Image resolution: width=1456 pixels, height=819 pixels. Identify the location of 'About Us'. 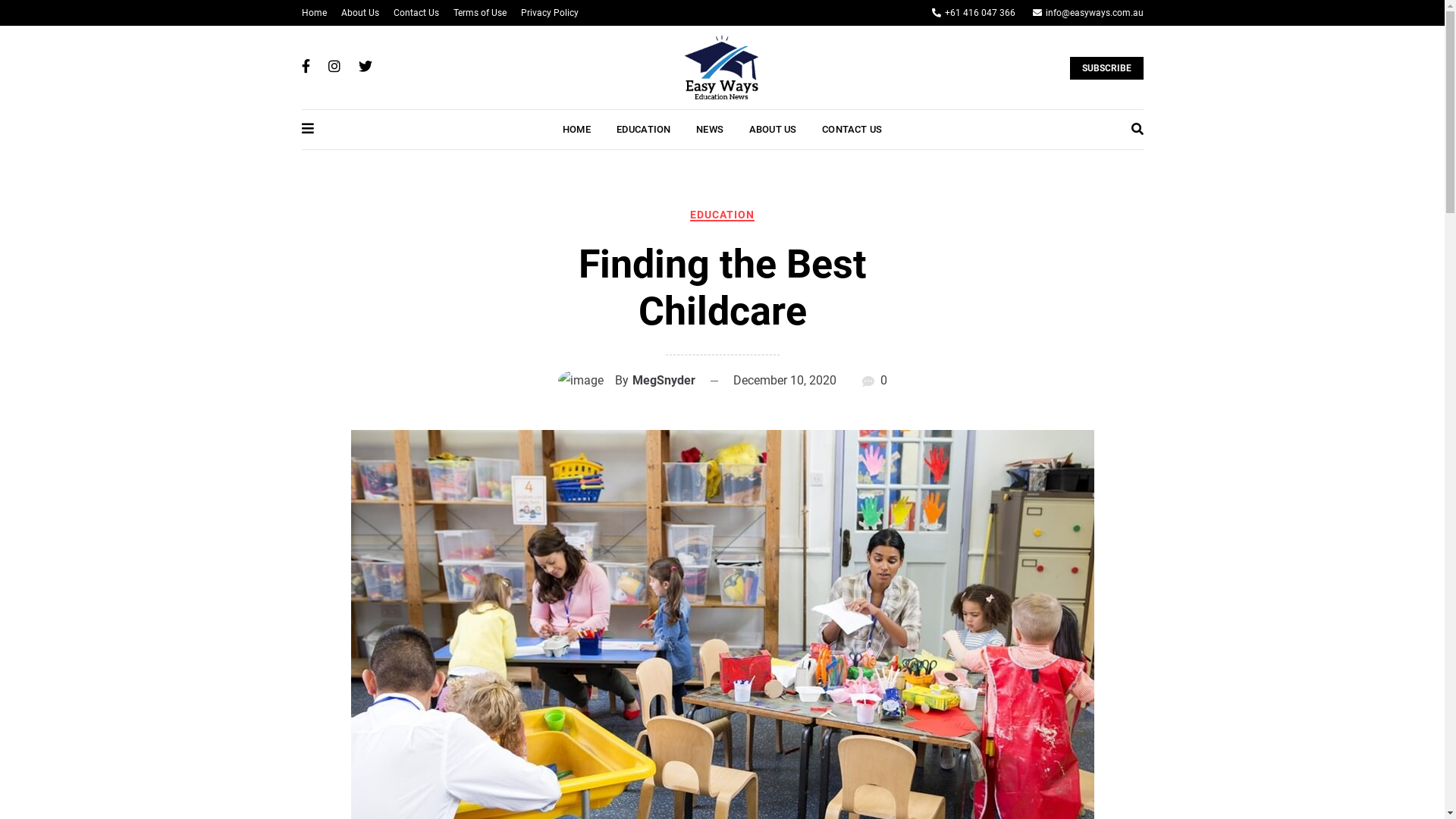
(359, 12).